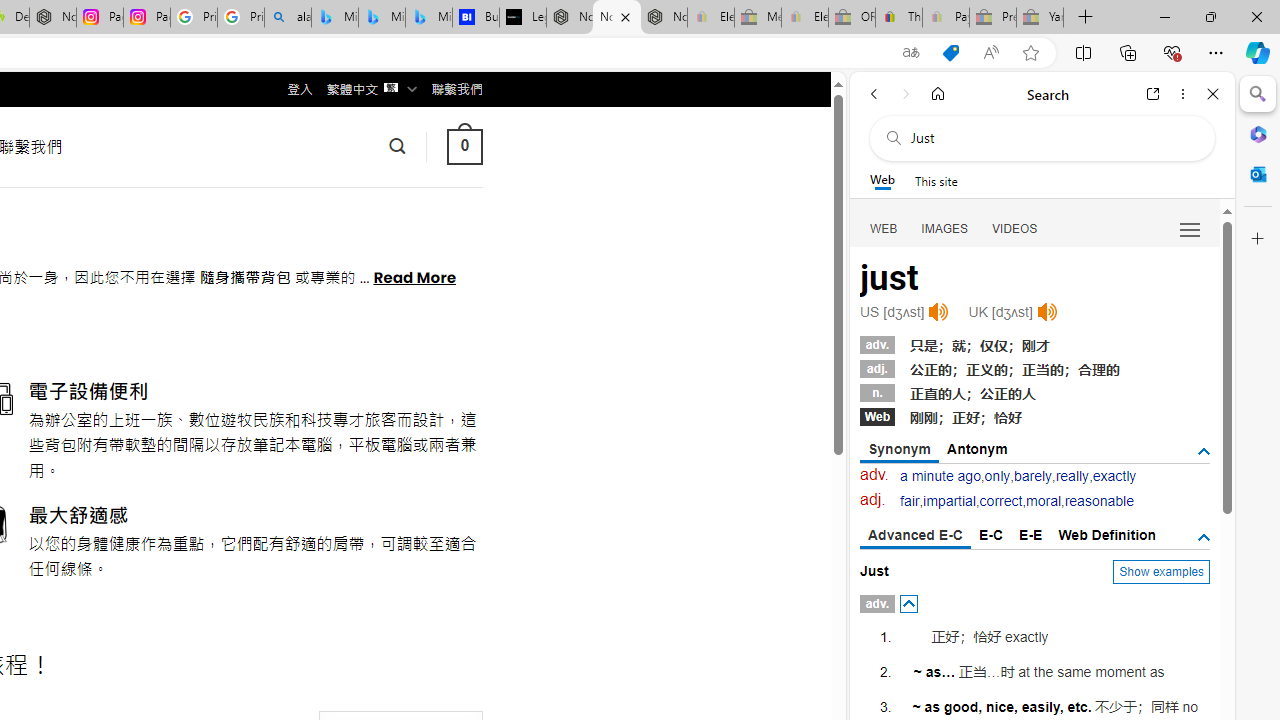  I want to click on 'Show translate options', so click(909, 52).